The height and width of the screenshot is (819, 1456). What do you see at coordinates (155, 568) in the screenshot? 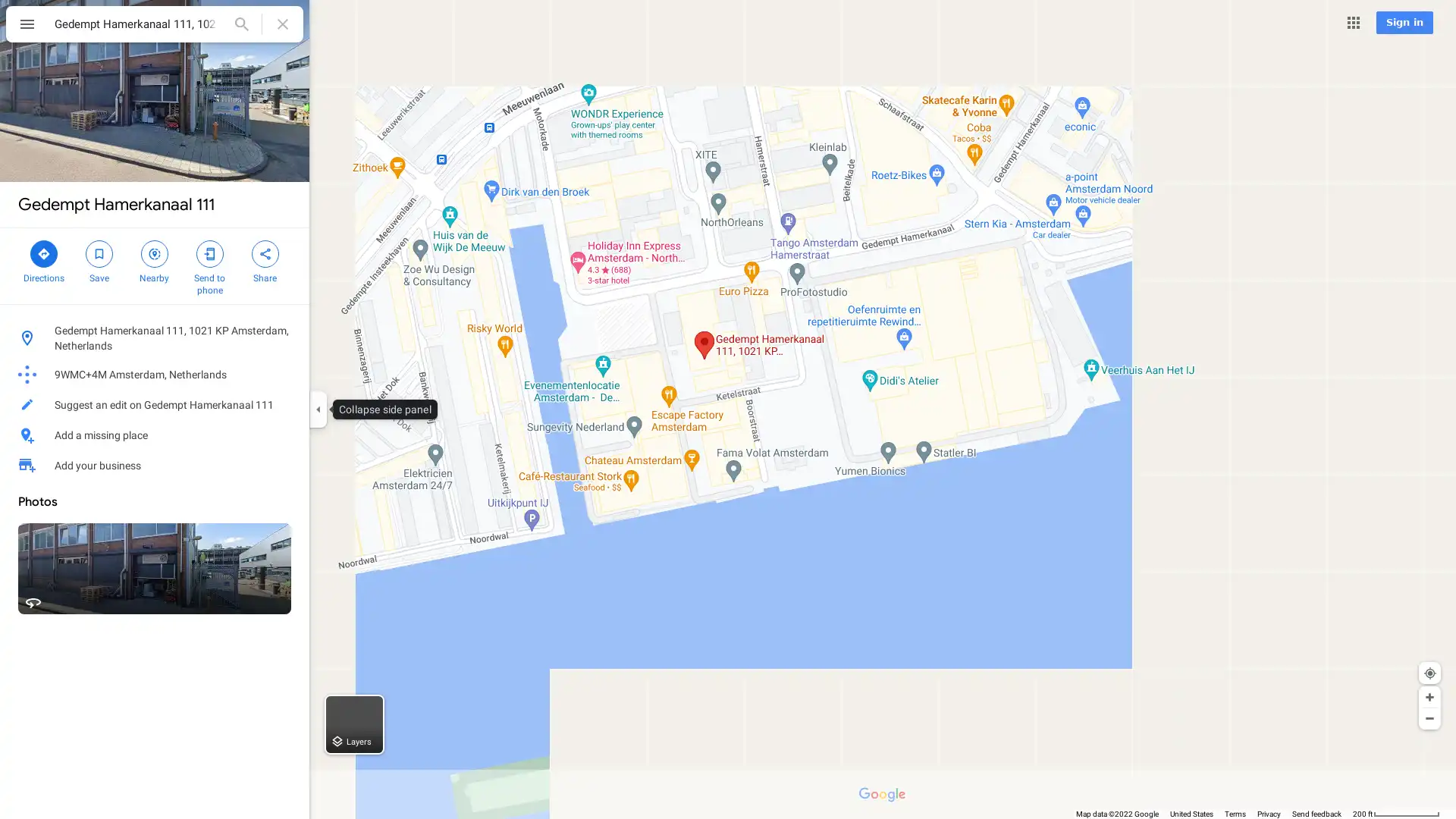
I see `Street View` at bounding box center [155, 568].